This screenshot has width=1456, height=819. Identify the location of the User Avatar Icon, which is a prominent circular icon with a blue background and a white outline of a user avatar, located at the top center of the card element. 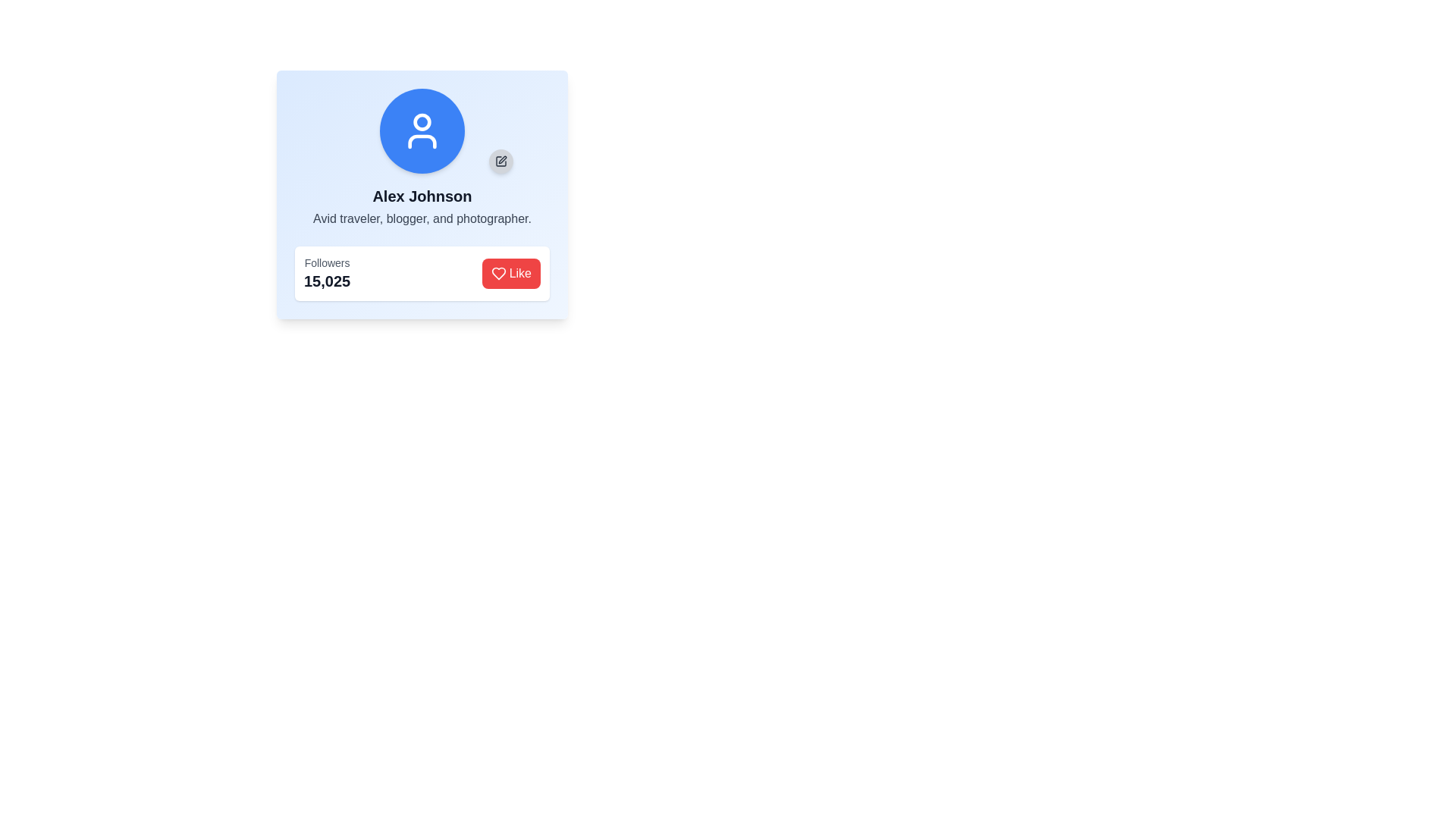
(422, 130).